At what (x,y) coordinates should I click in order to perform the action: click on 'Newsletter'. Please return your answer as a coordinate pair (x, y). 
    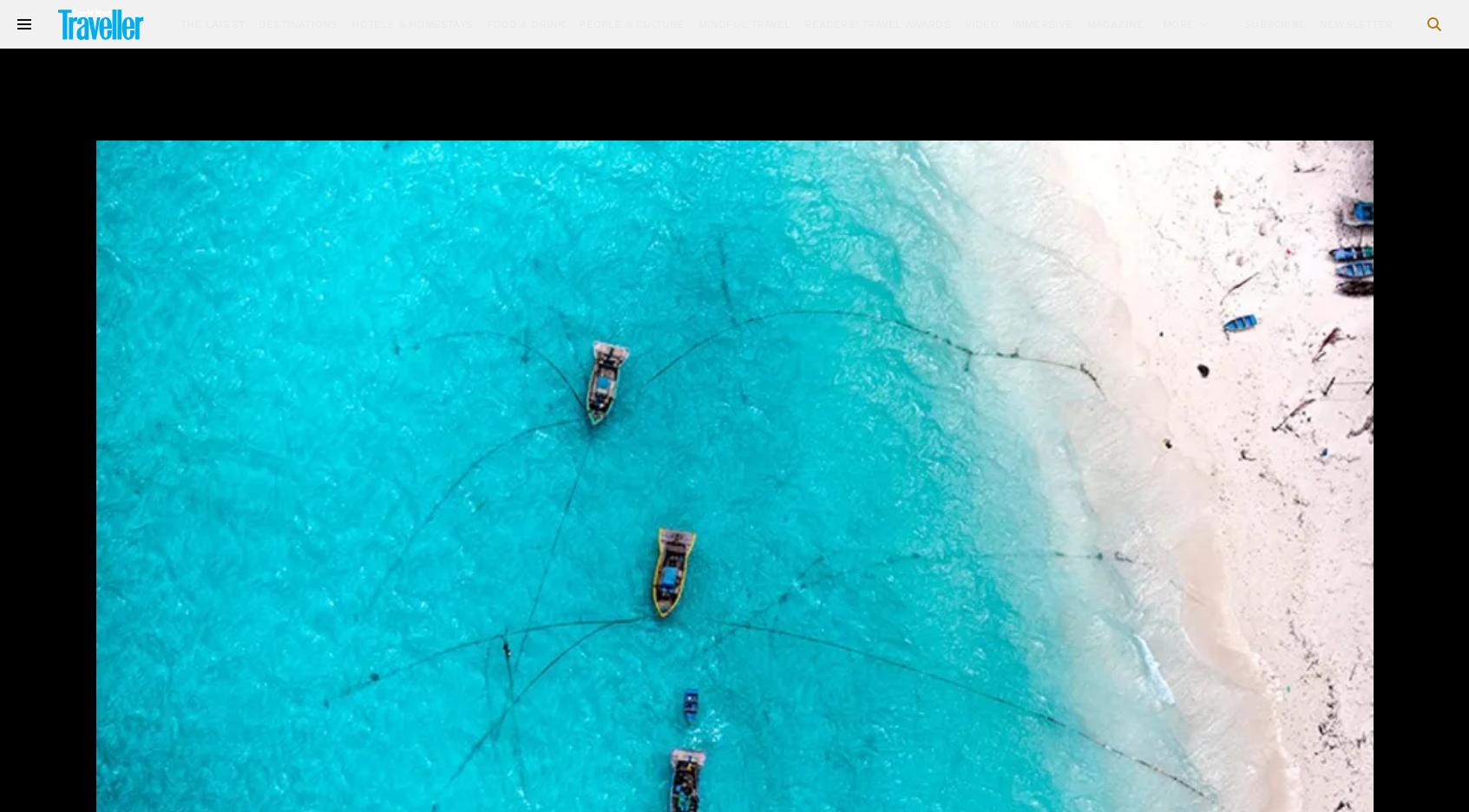
    Looking at the image, I should click on (1355, 23).